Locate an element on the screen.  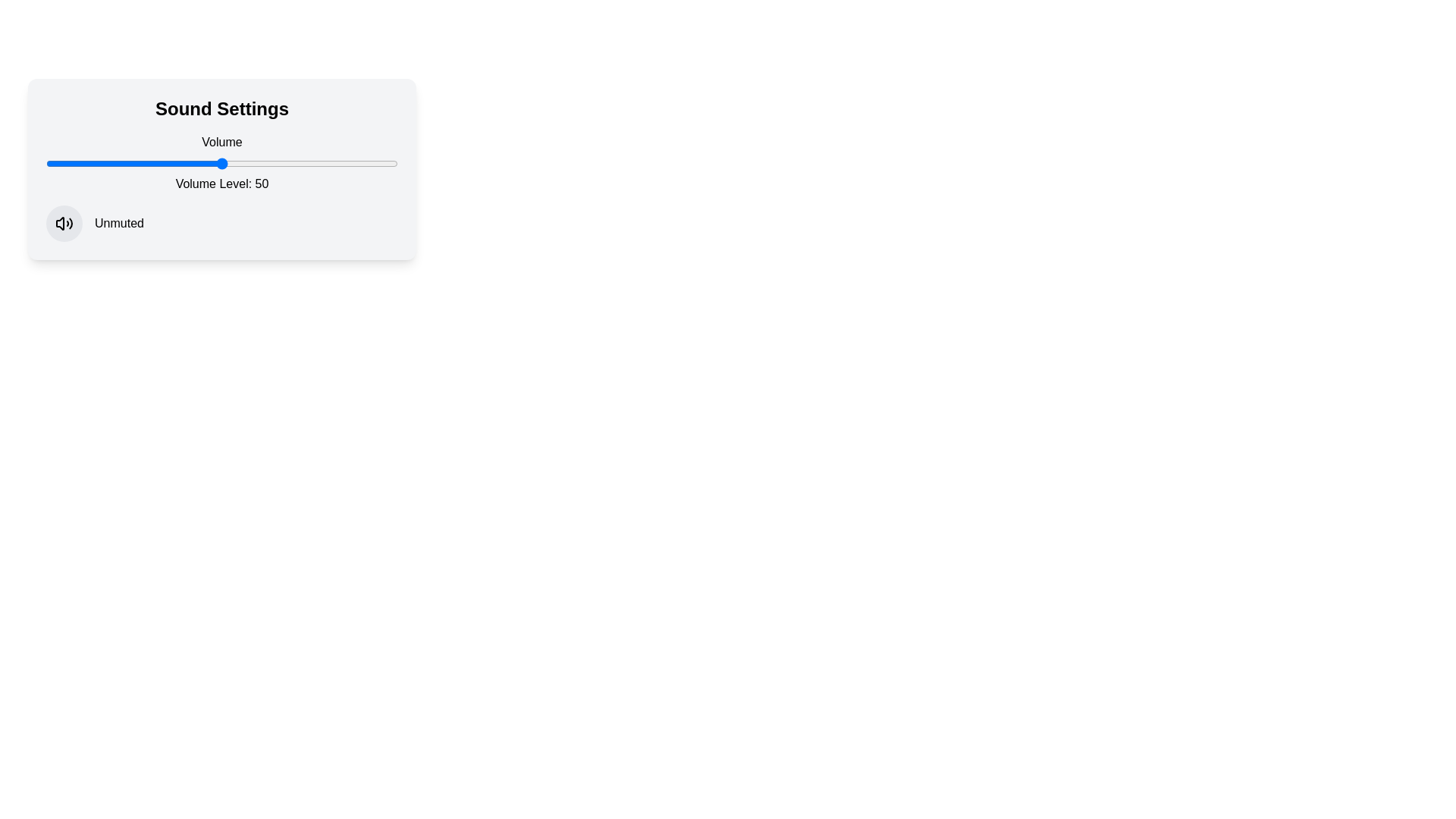
the volume level is located at coordinates (56, 164).